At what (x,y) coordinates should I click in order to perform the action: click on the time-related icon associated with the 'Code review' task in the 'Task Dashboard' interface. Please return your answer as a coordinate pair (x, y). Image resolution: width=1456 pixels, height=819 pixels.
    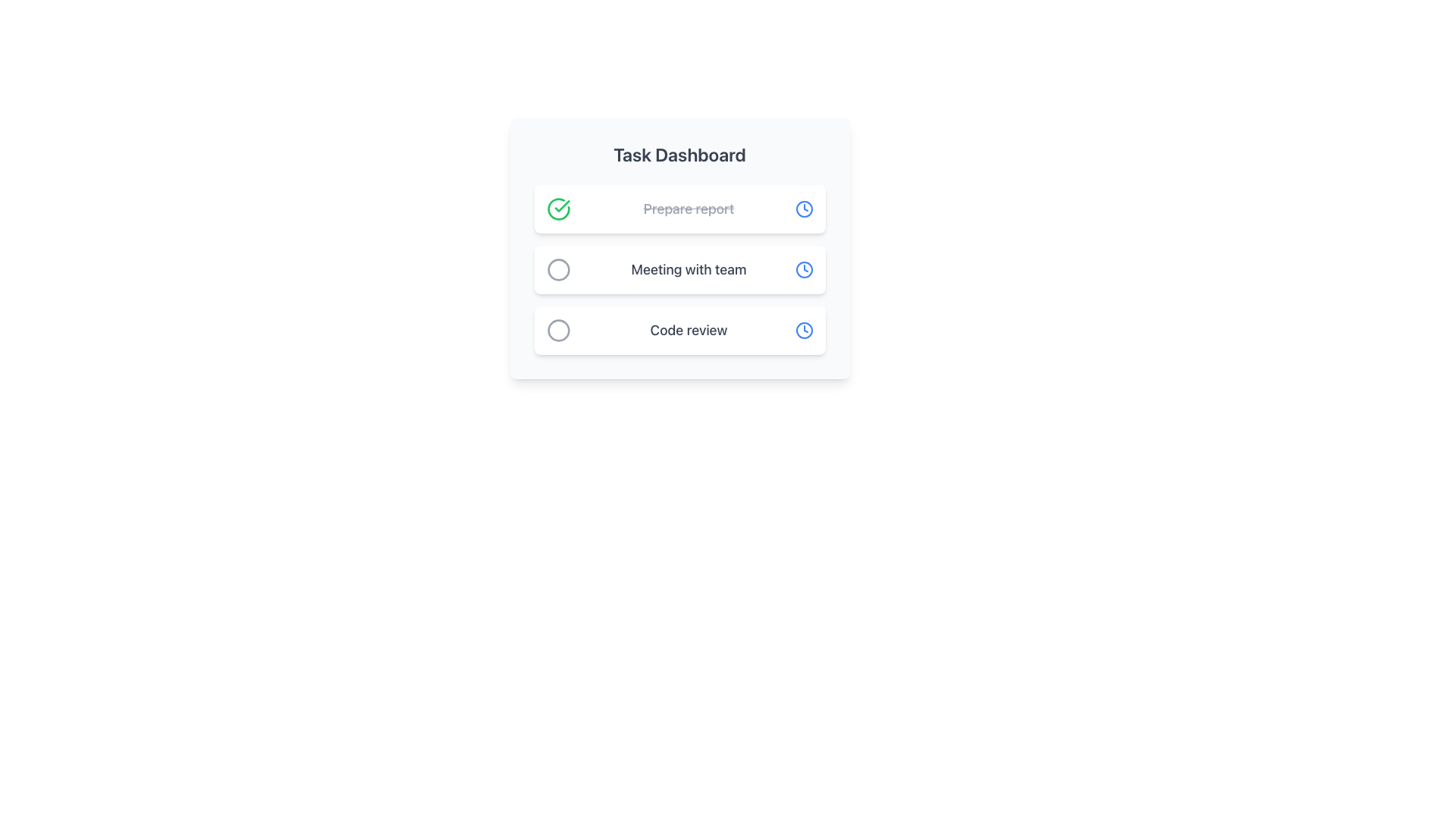
    Looking at the image, I should click on (803, 329).